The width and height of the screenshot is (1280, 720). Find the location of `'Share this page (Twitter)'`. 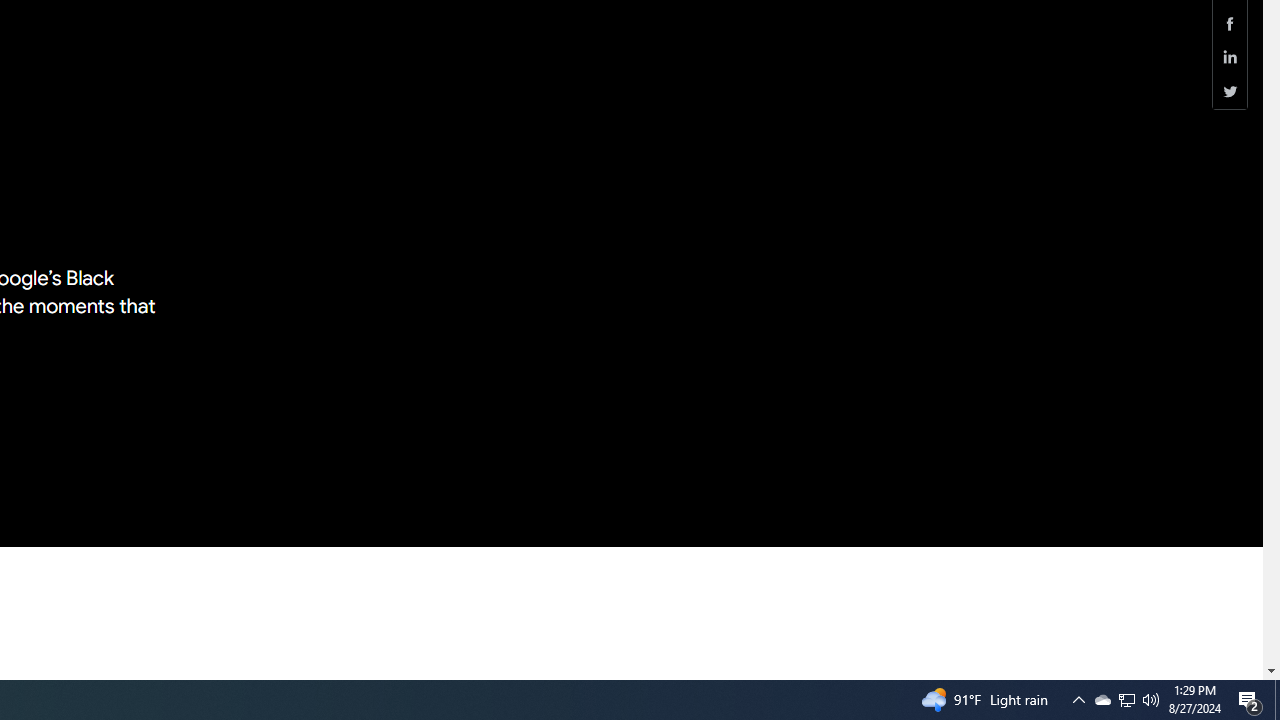

'Share this page (Twitter)' is located at coordinates (1229, 91).